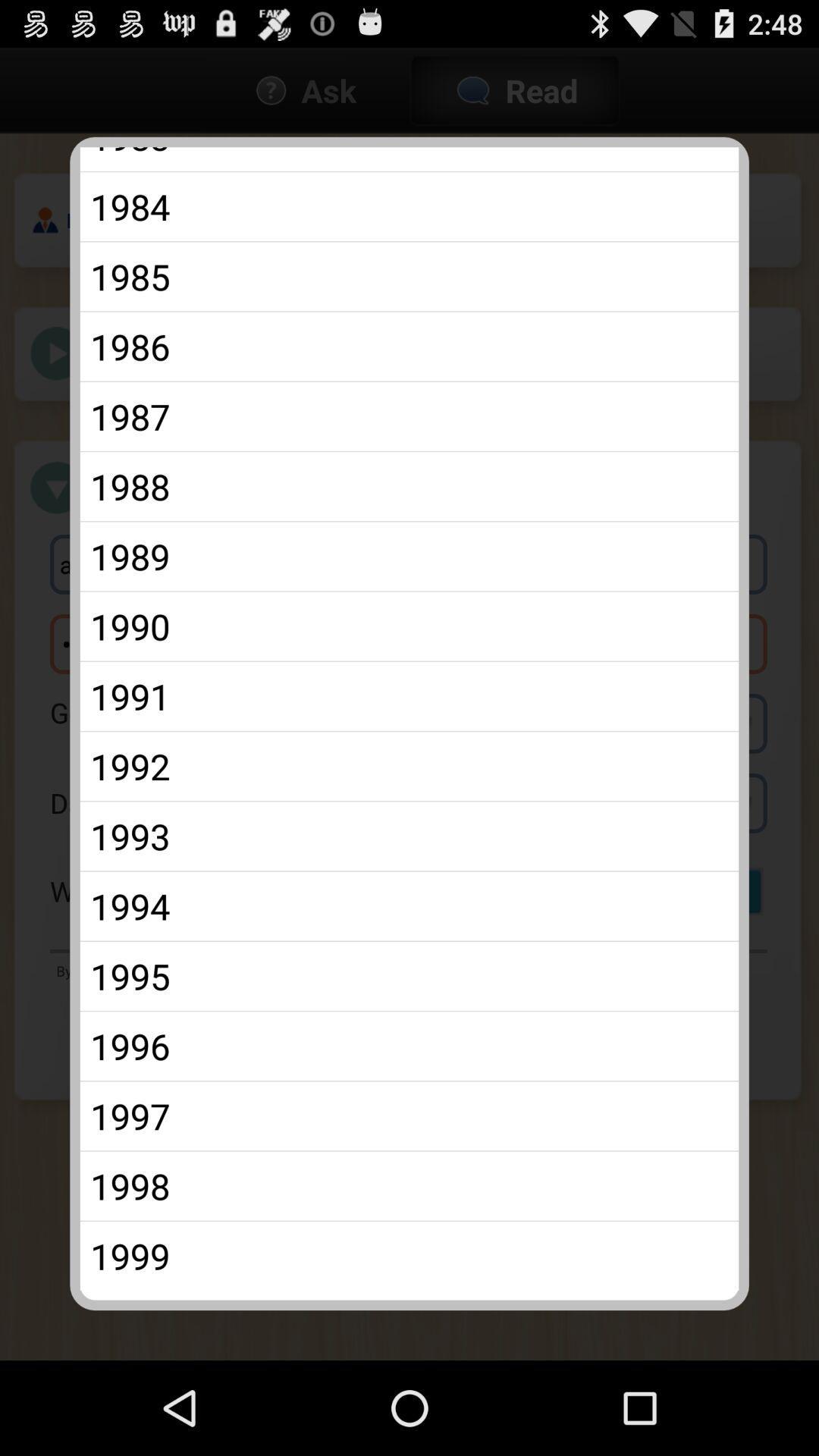 The height and width of the screenshot is (1456, 819). Describe the element at coordinates (409, 695) in the screenshot. I see `the item above the 1992 item` at that location.